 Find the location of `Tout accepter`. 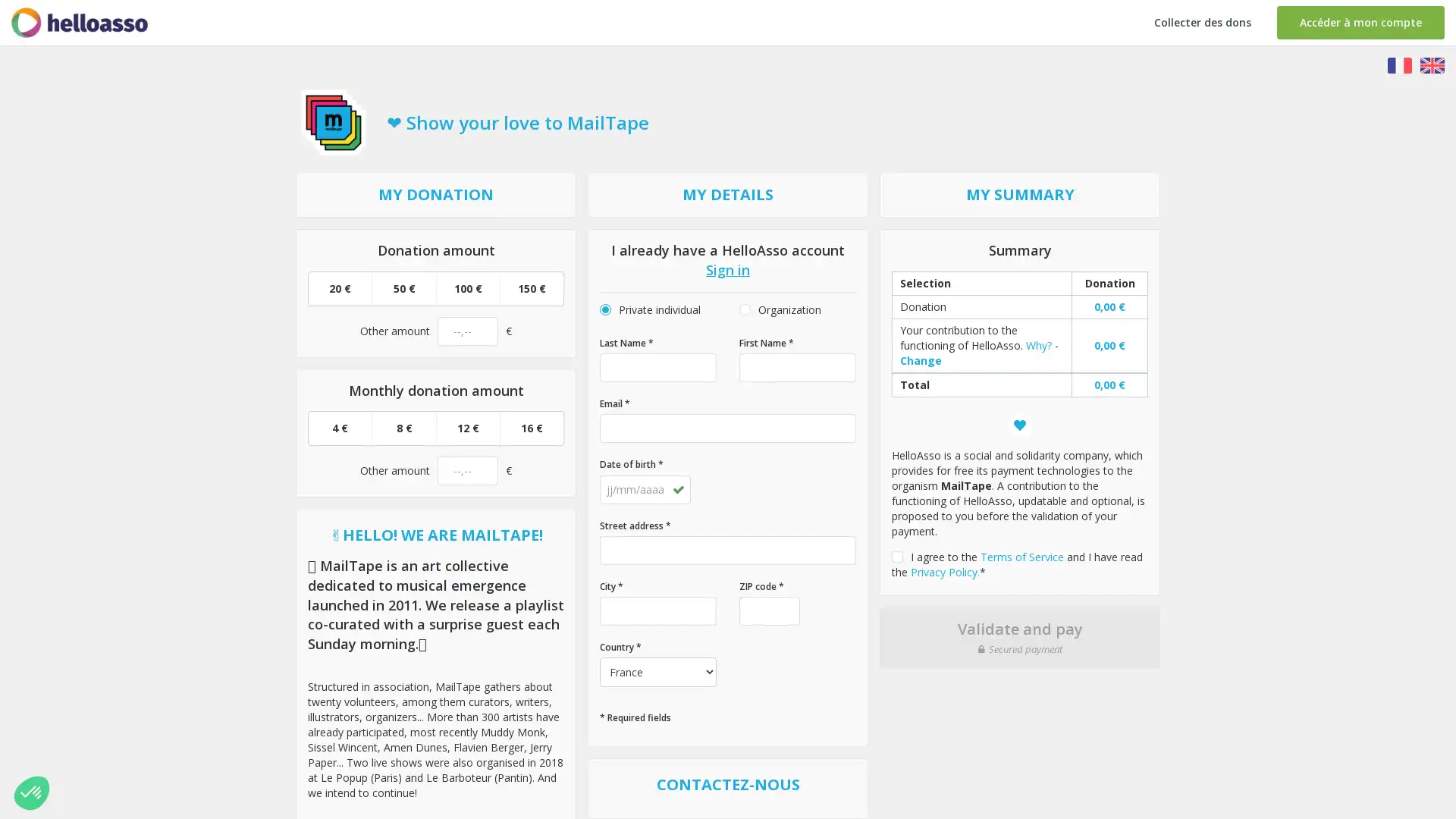

Tout accepter is located at coordinates (280, 742).